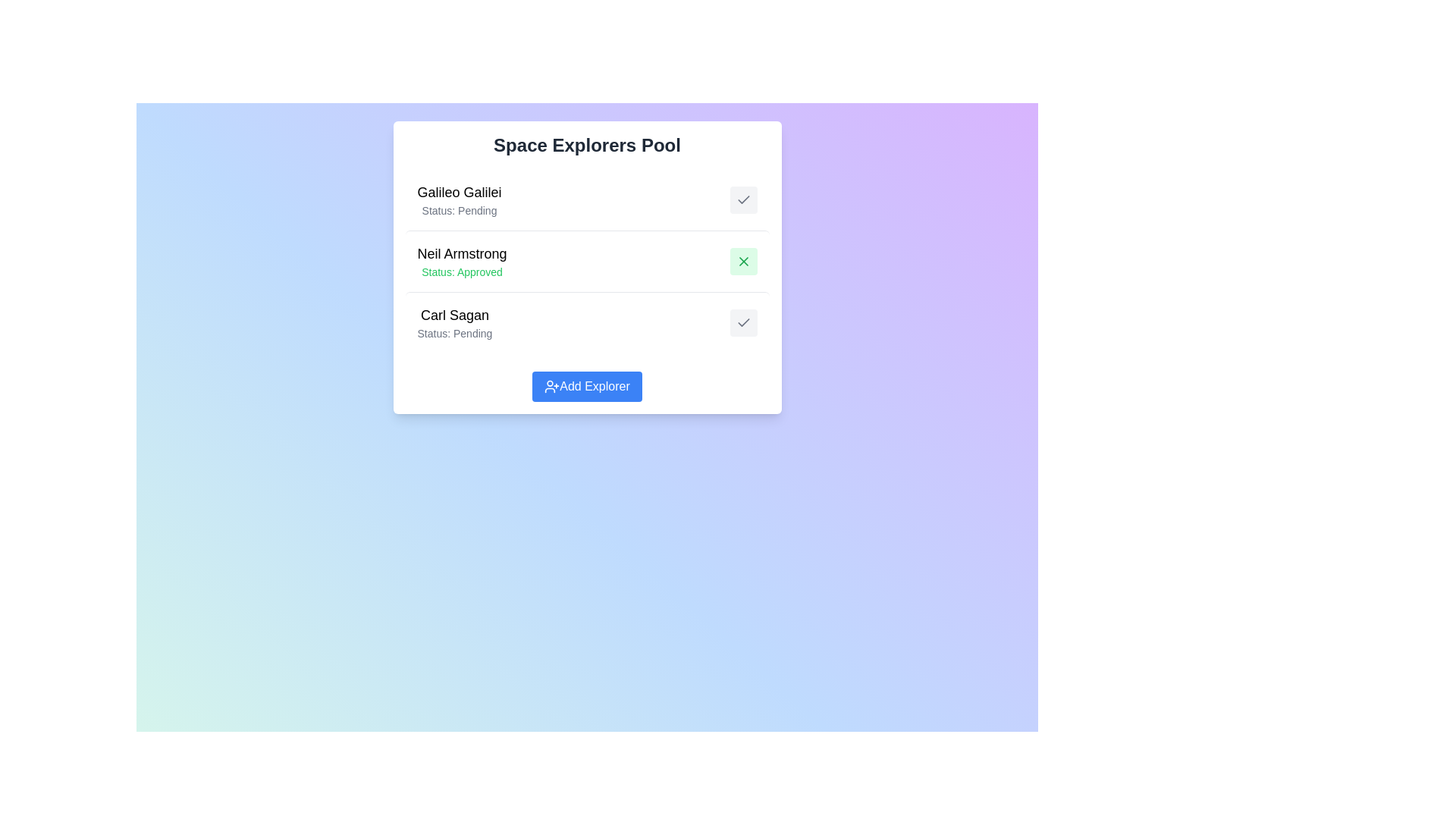  Describe the element at coordinates (743, 199) in the screenshot. I see `the Icon Button located at the far-right corner of the row for 'Galileo Galilei'` at that location.